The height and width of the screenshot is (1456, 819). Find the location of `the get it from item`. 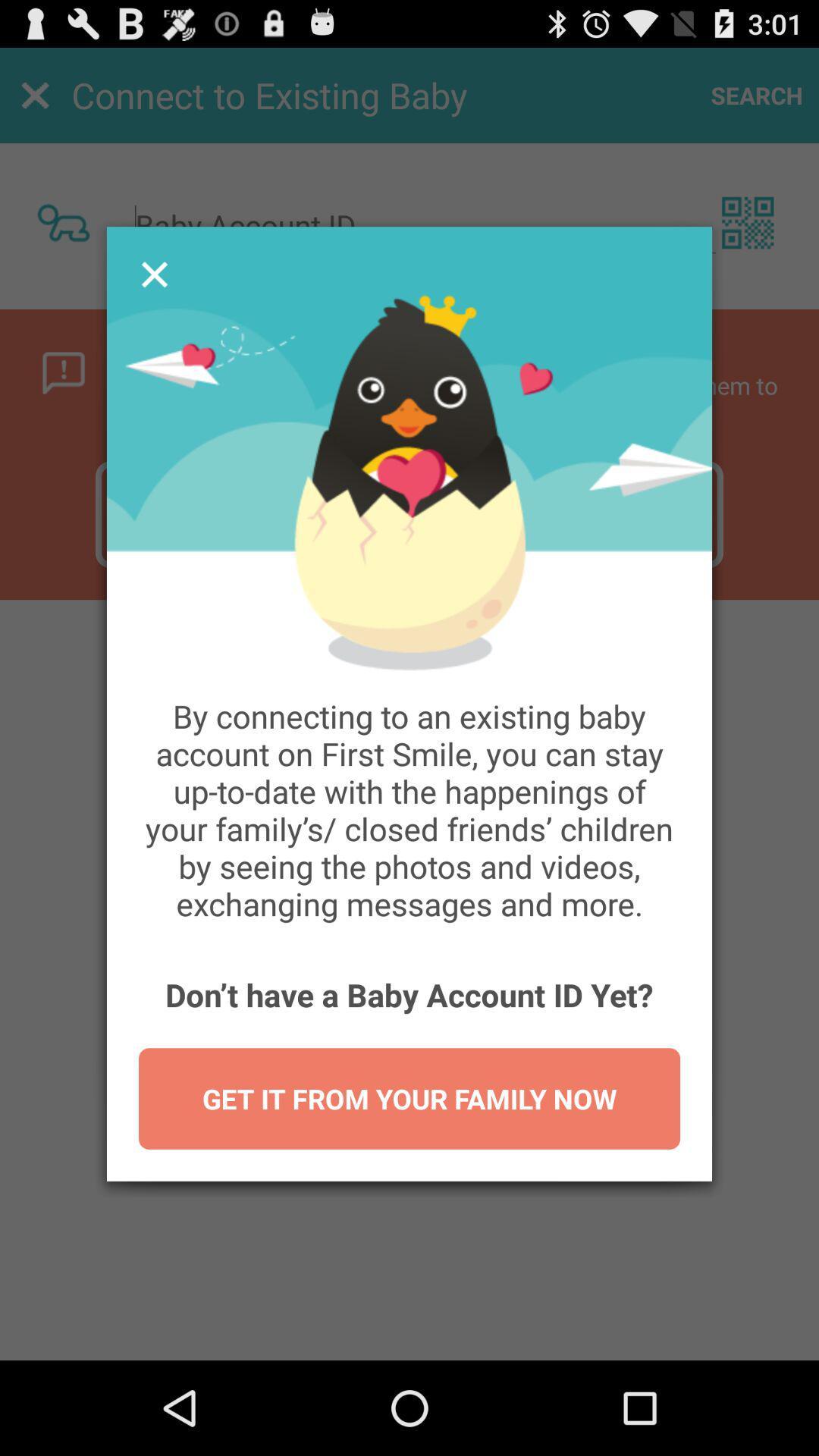

the get it from item is located at coordinates (409, 1099).